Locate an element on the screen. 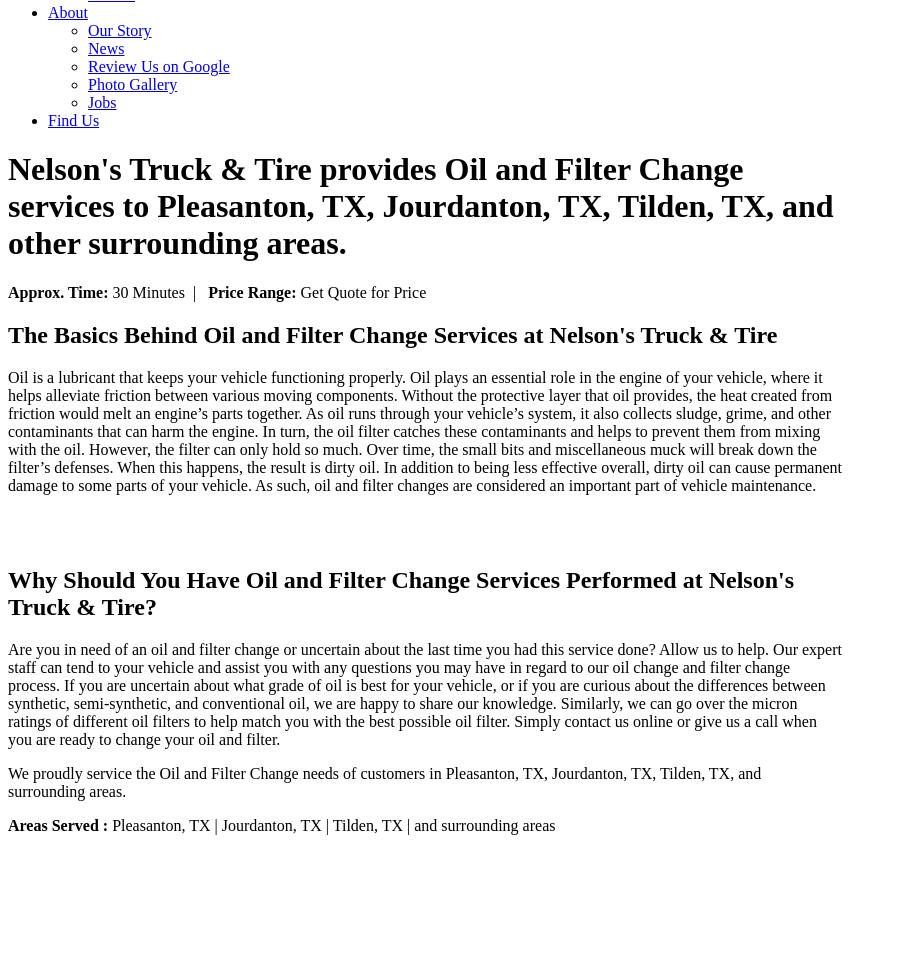 The image size is (908, 971). 'Jobs' is located at coordinates (100, 101).